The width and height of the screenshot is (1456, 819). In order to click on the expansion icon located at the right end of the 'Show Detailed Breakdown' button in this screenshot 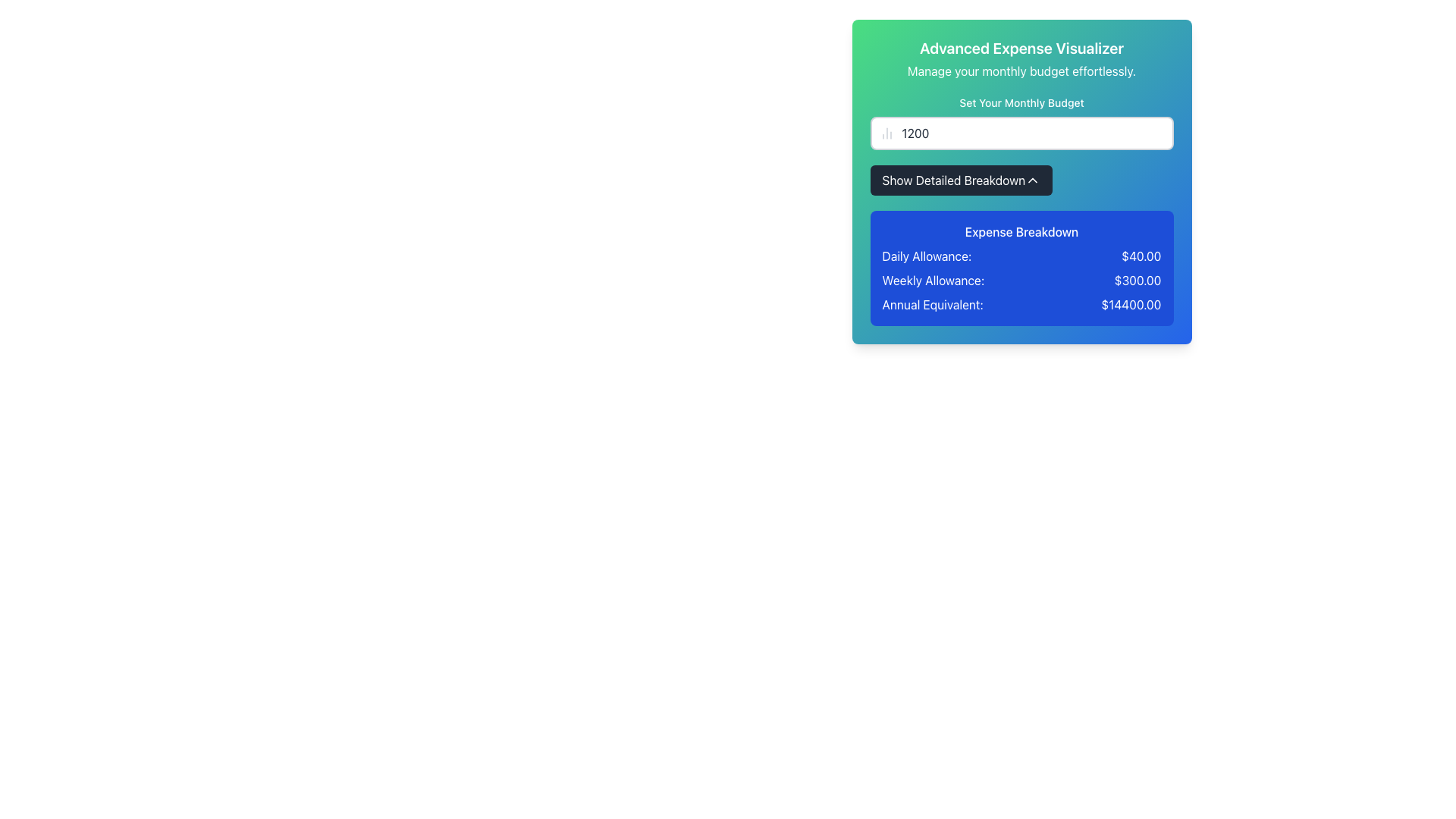, I will do `click(1032, 180)`.